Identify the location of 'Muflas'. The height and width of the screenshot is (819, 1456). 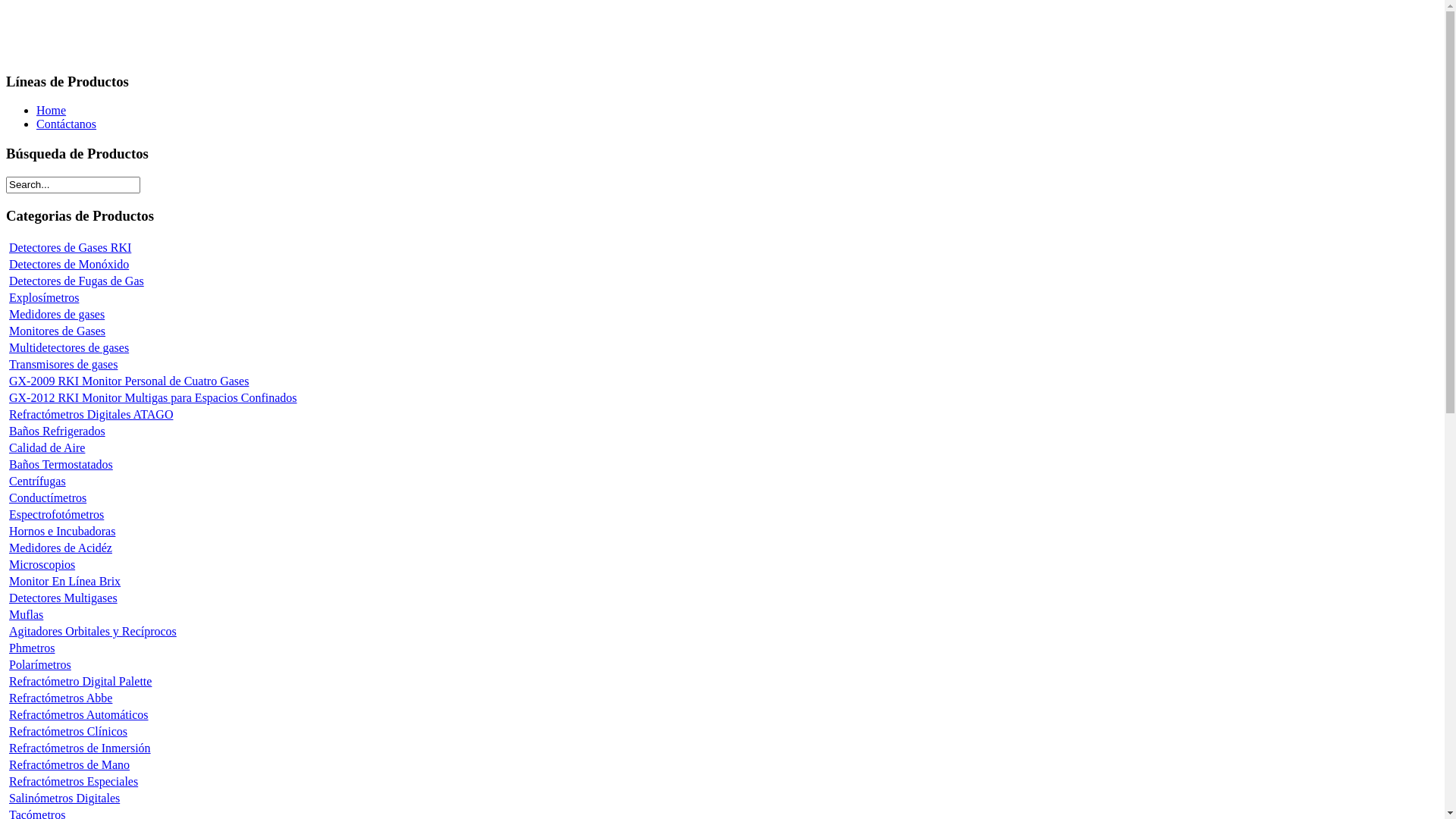
(26, 614).